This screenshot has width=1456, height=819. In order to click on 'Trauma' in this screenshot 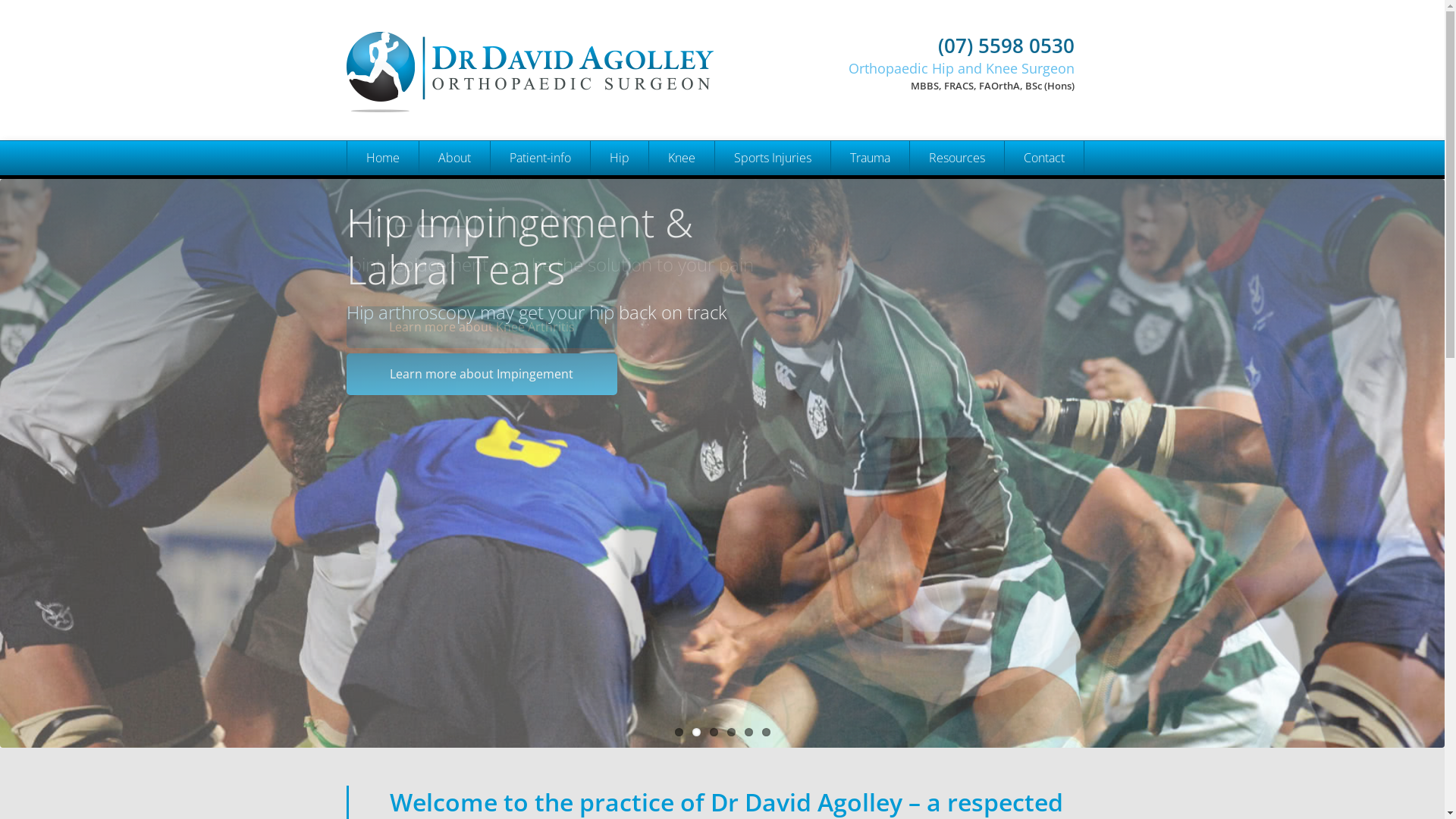, I will do `click(869, 158)`.